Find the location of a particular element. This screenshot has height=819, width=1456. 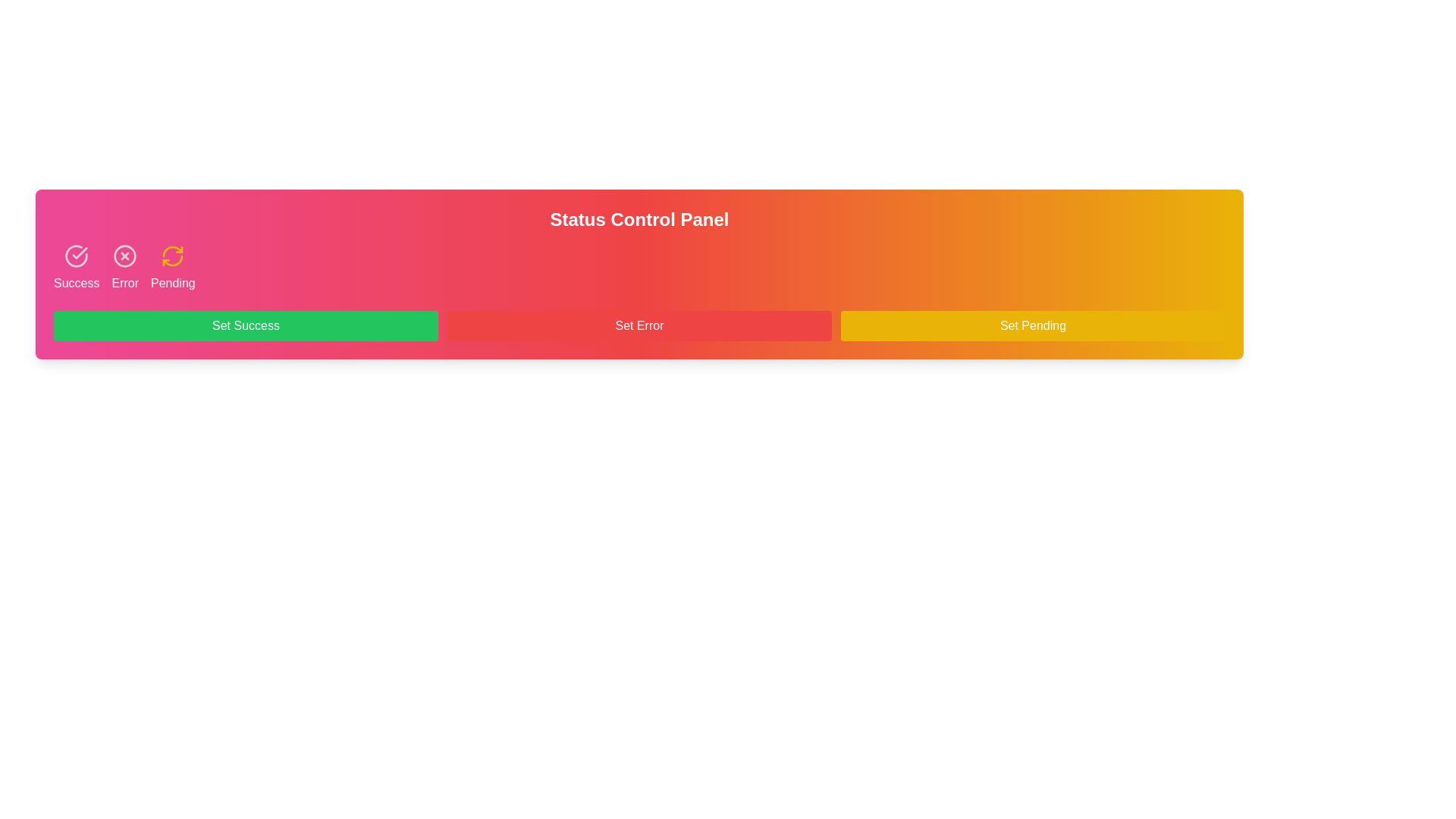

the third button in a horizontal sequence to set the status of the operation to 'Pending' is located at coordinates (1032, 325).